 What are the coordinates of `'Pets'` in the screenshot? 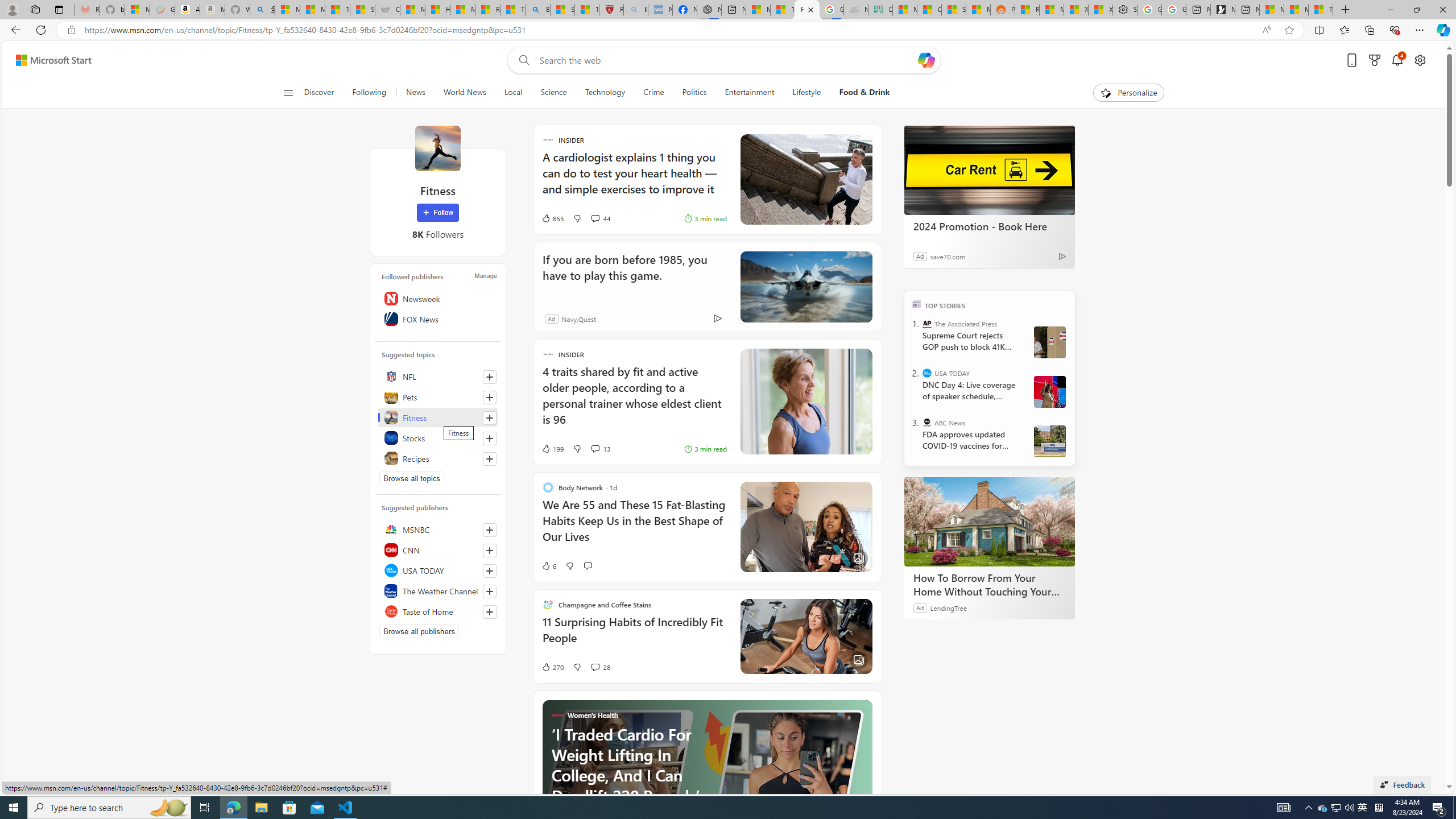 It's located at (438, 396).